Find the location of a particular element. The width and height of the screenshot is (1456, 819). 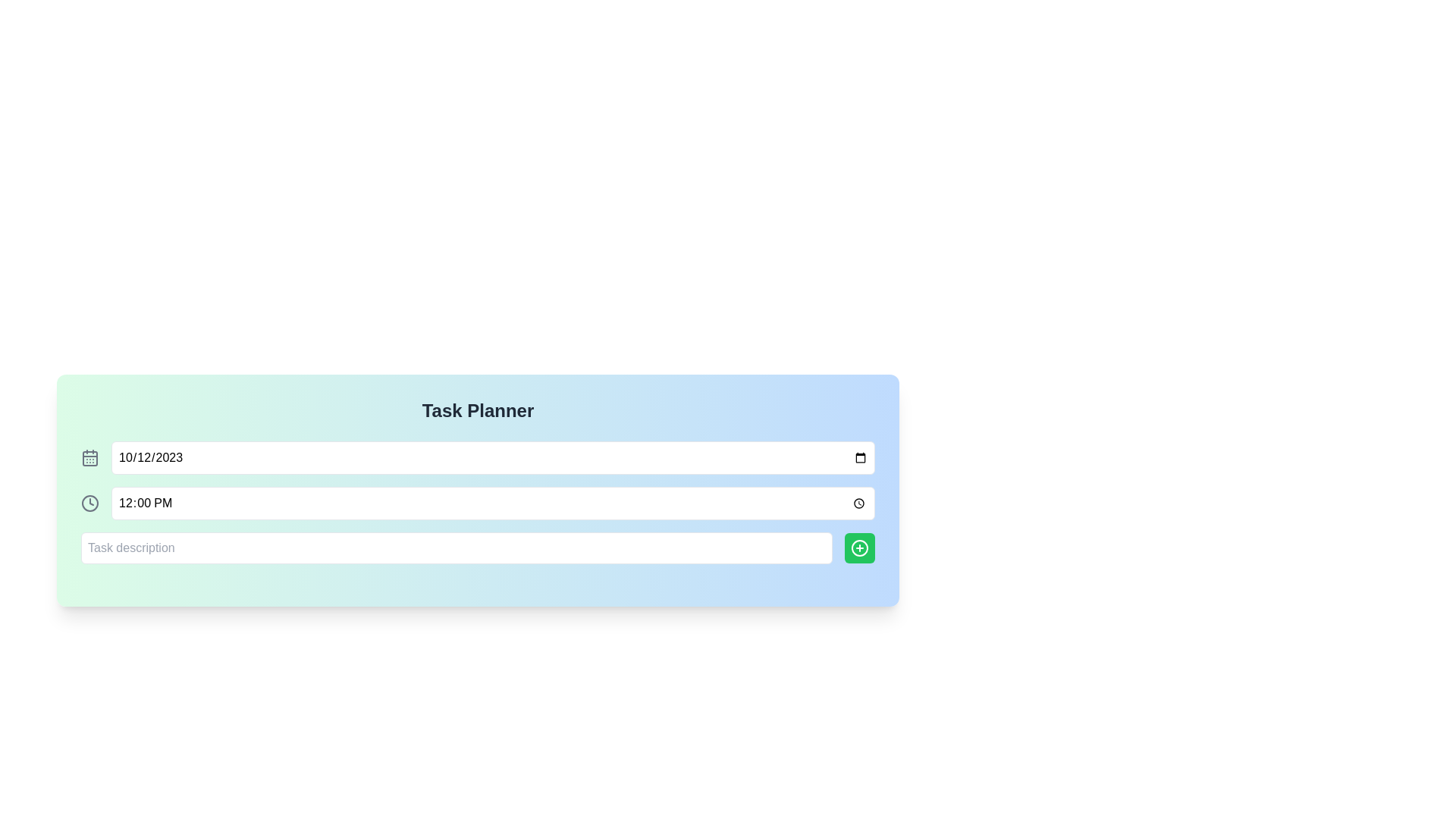

the calendar icon, which features a gray color scheme and rounded corners, positioned to the left of an adjacent date input field is located at coordinates (89, 457).